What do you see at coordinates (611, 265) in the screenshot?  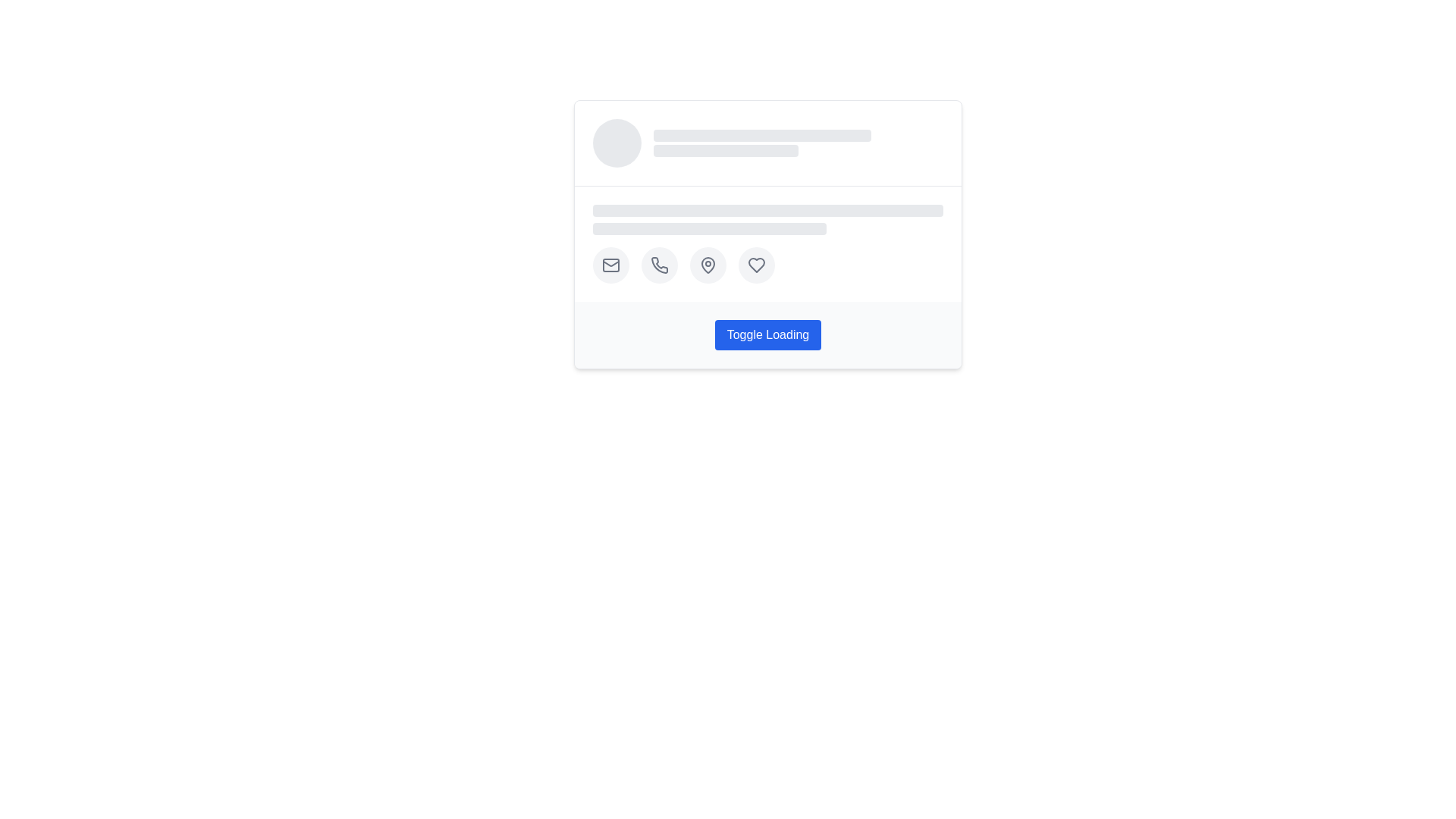 I see `the first button in the horizontal toolbar, which has a light gray background and an envelope icon` at bounding box center [611, 265].